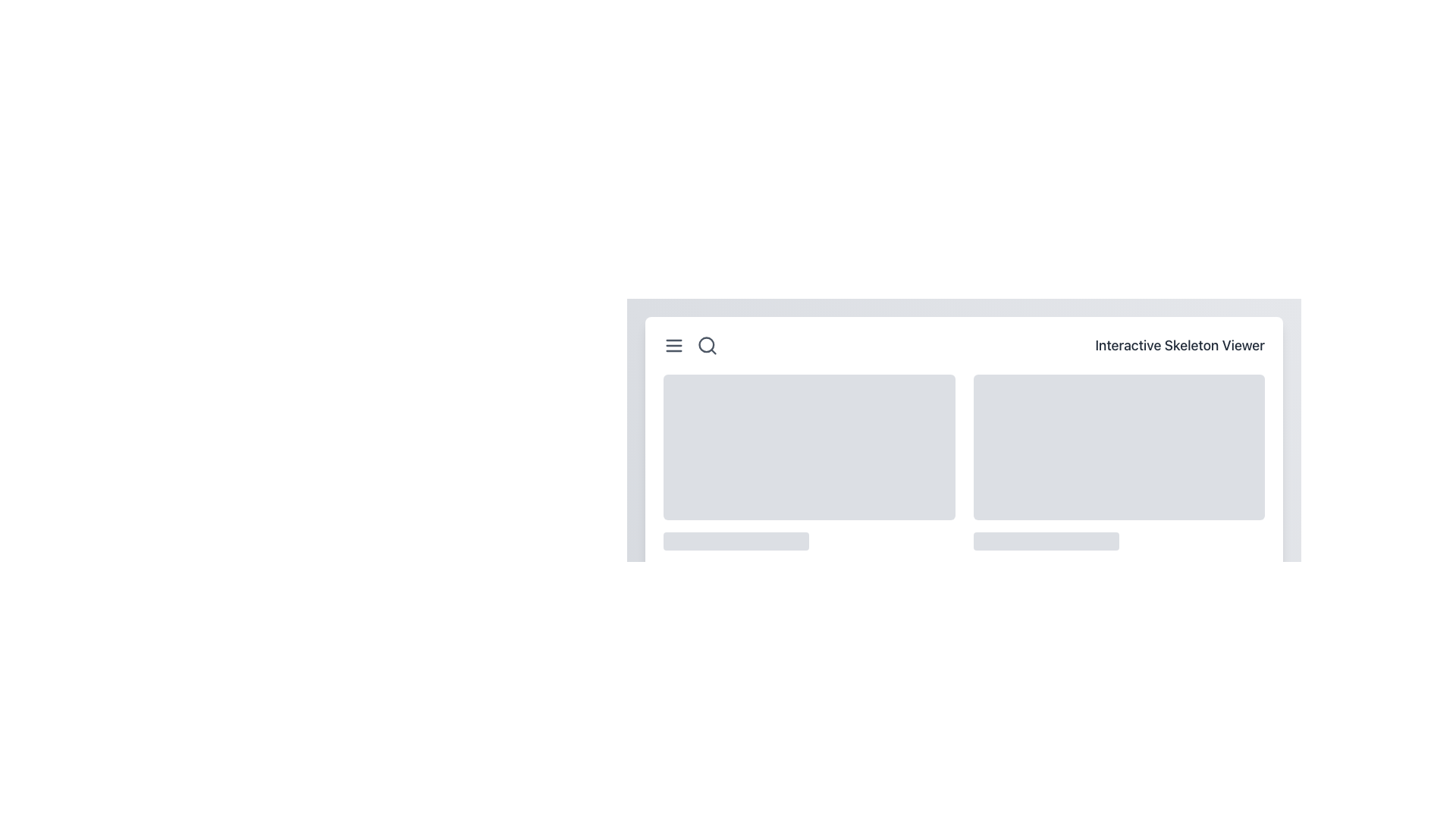 Image resolution: width=1456 pixels, height=819 pixels. What do you see at coordinates (690, 345) in the screenshot?
I see `the menu icon button located at the top-left of the toolbar` at bounding box center [690, 345].